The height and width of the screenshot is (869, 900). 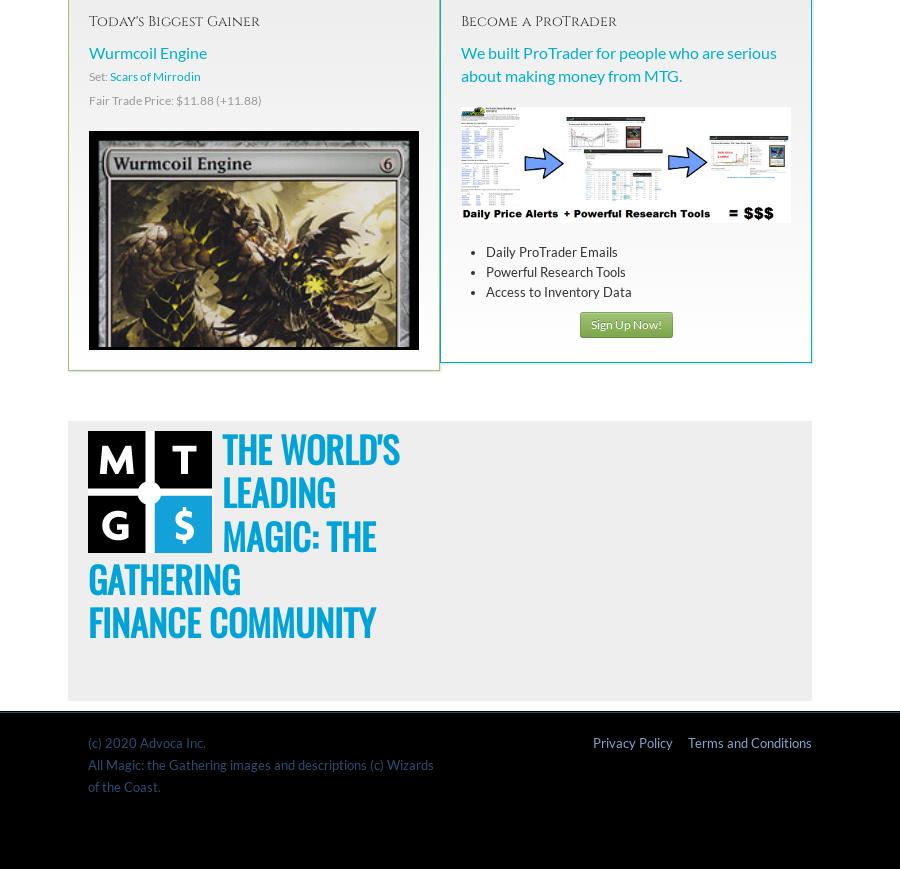 What do you see at coordinates (98, 75) in the screenshot?
I see `'Set:'` at bounding box center [98, 75].